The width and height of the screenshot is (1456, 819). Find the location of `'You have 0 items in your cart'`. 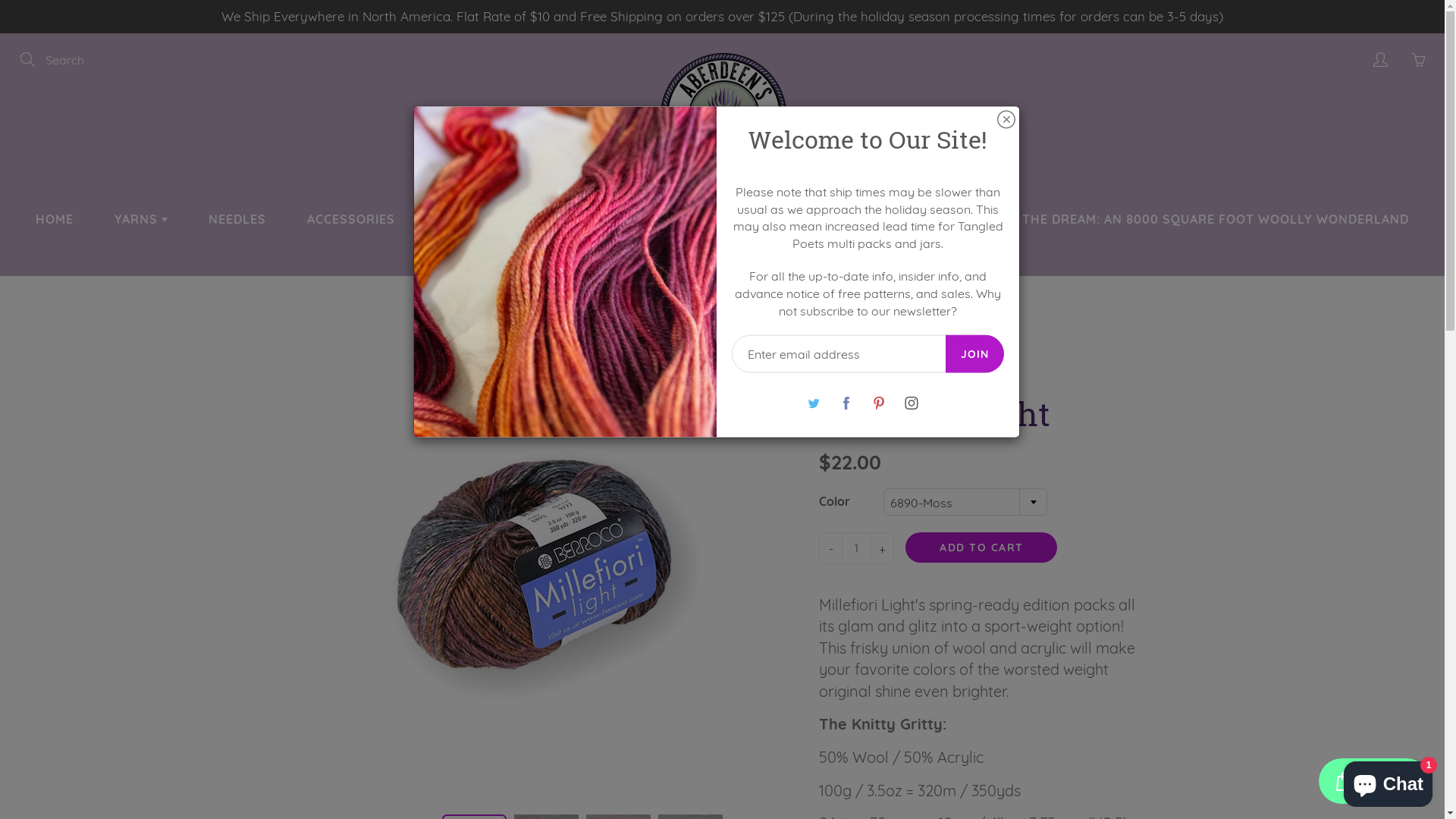

'You have 0 items in your cart' is located at coordinates (1417, 58).